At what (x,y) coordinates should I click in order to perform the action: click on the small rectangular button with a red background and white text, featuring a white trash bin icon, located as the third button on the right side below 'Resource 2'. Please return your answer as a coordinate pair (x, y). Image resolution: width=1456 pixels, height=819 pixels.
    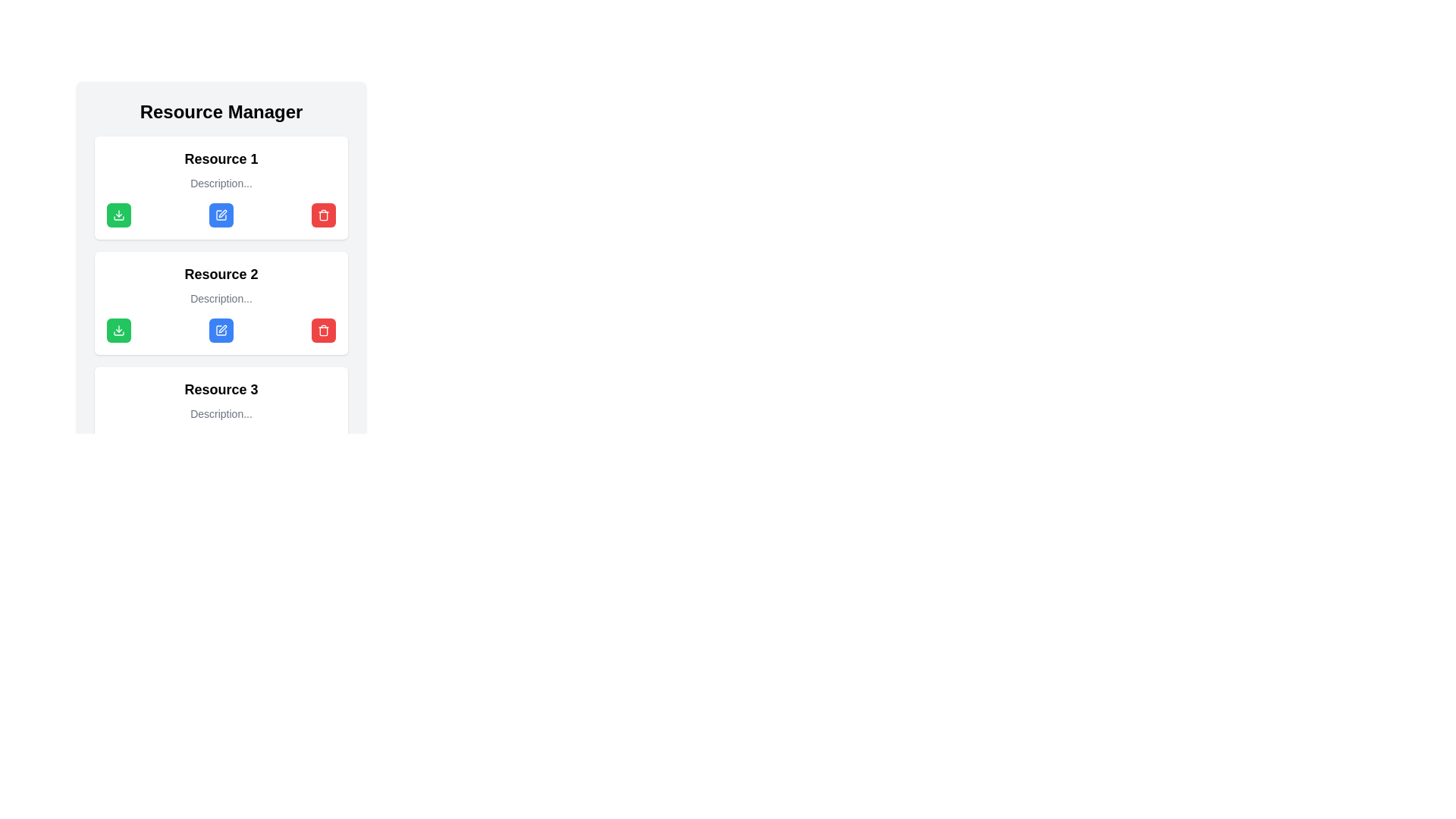
    Looking at the image, I should click on (323, 329).